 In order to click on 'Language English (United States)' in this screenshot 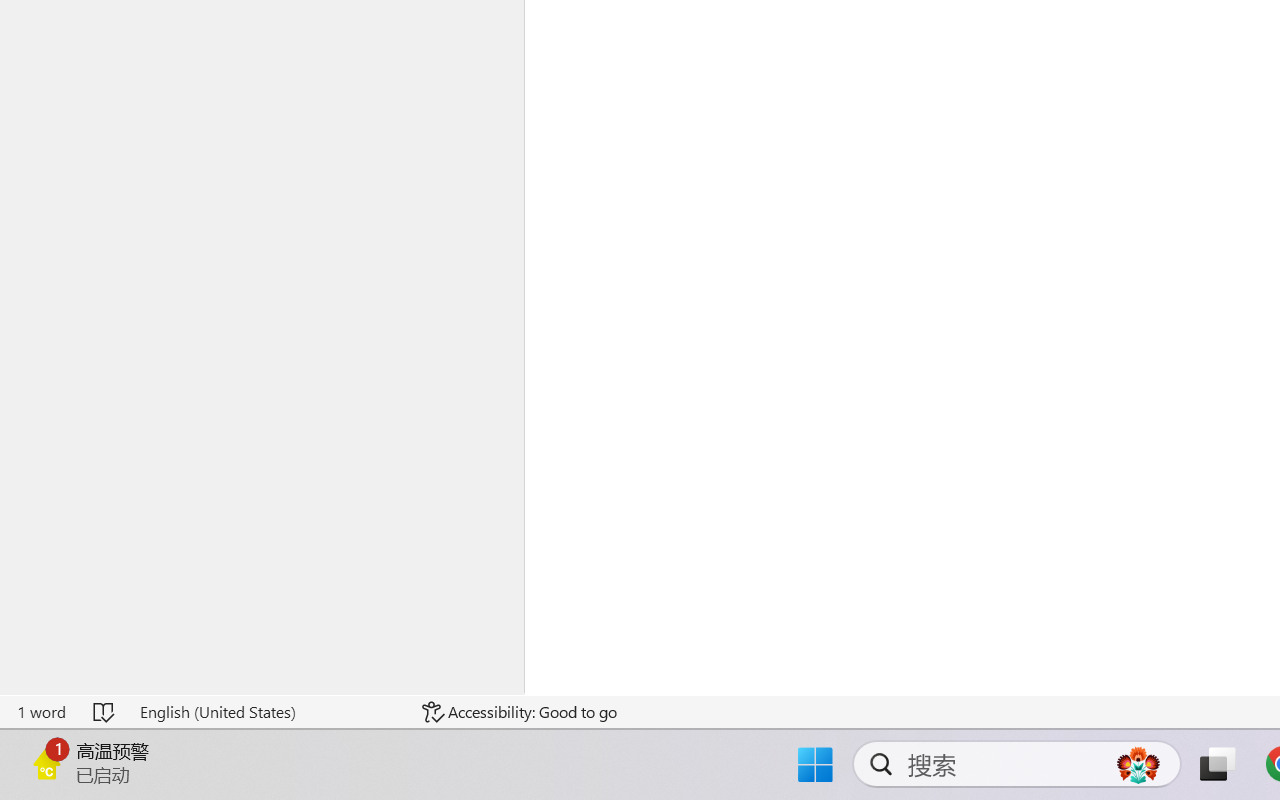, I will do `click(266, 711)`.